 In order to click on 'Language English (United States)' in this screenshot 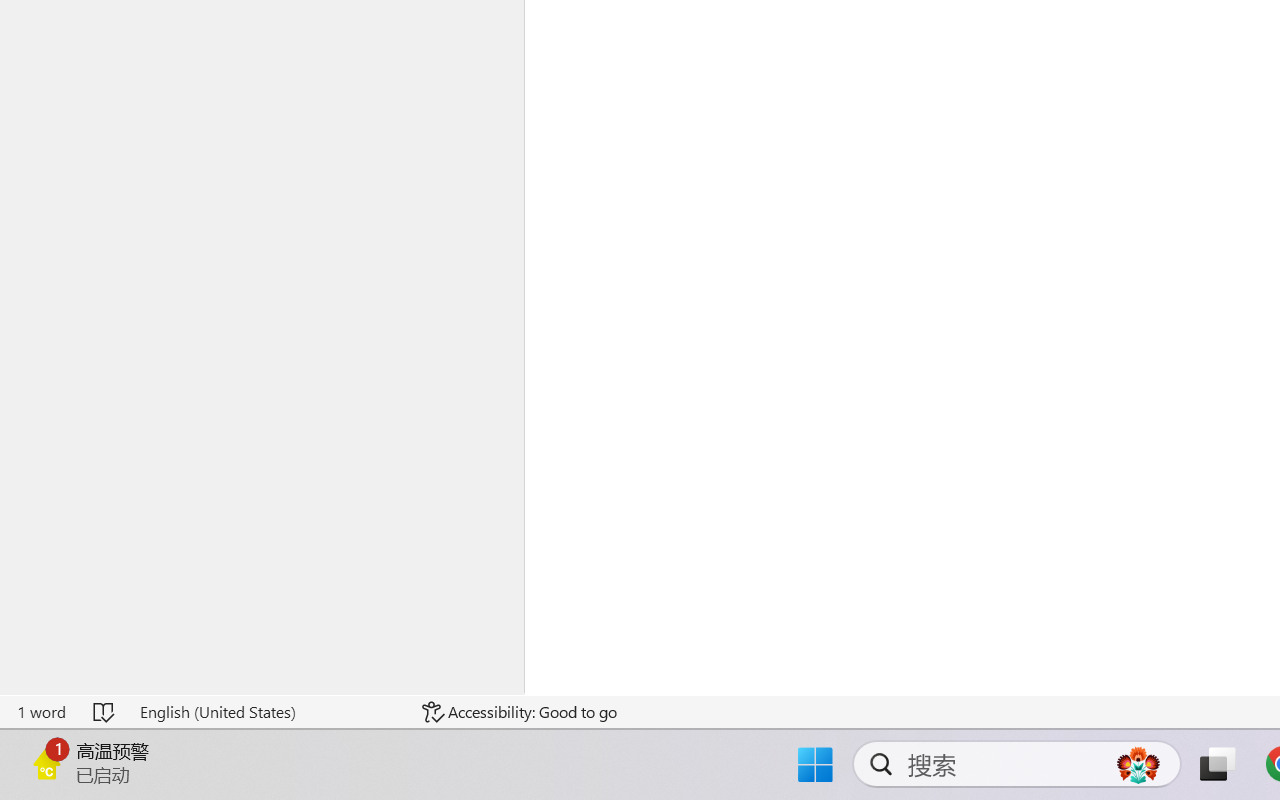, I will do `click(266, 711)`.